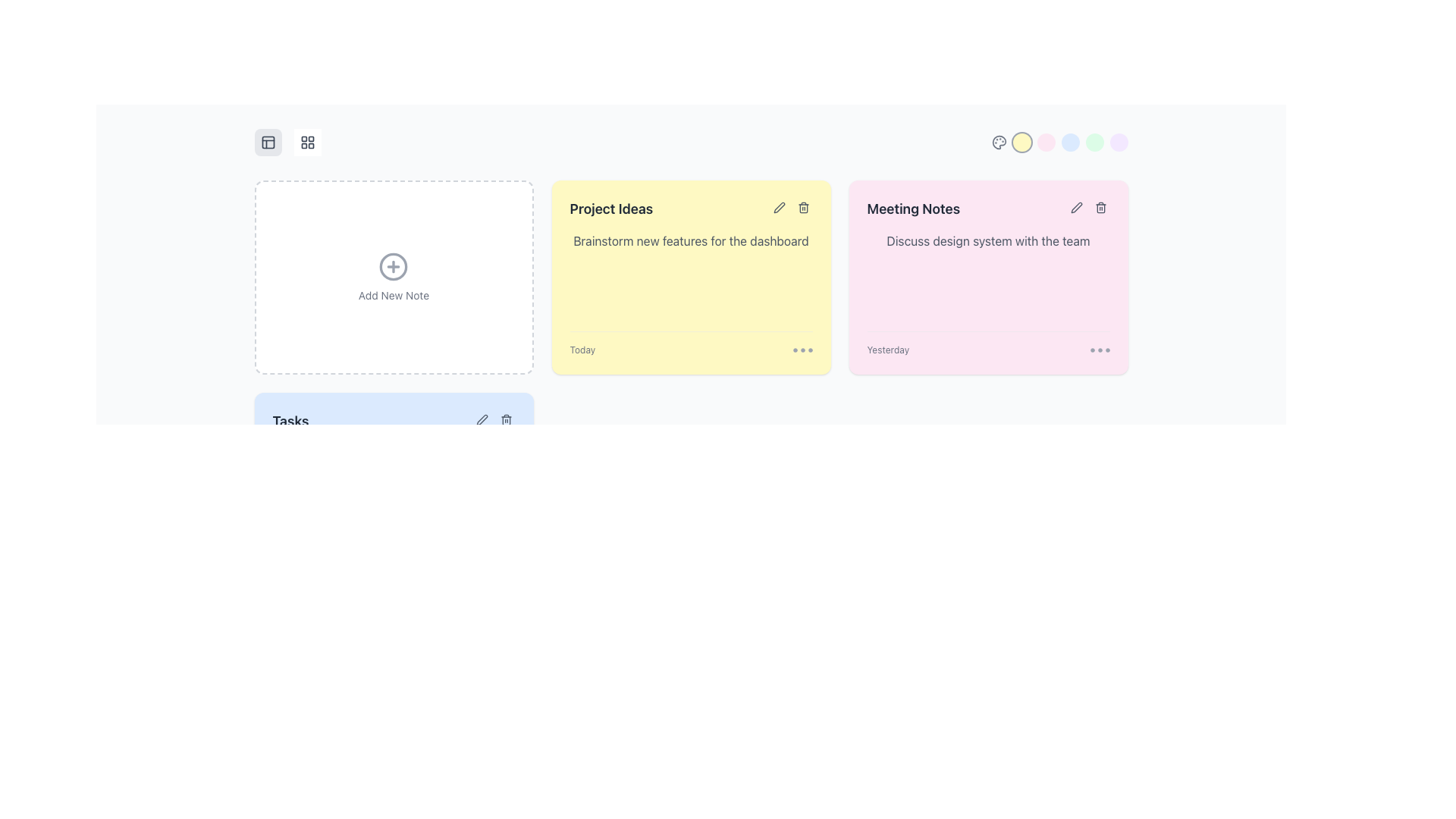  What do you see at coordinates (506, 420) in the screenshot?
I see `the circular delete button with a trashcan icon located to the far right next to the 'Edit' button in the 'Tasks' section` at bounding box center [506, 420].